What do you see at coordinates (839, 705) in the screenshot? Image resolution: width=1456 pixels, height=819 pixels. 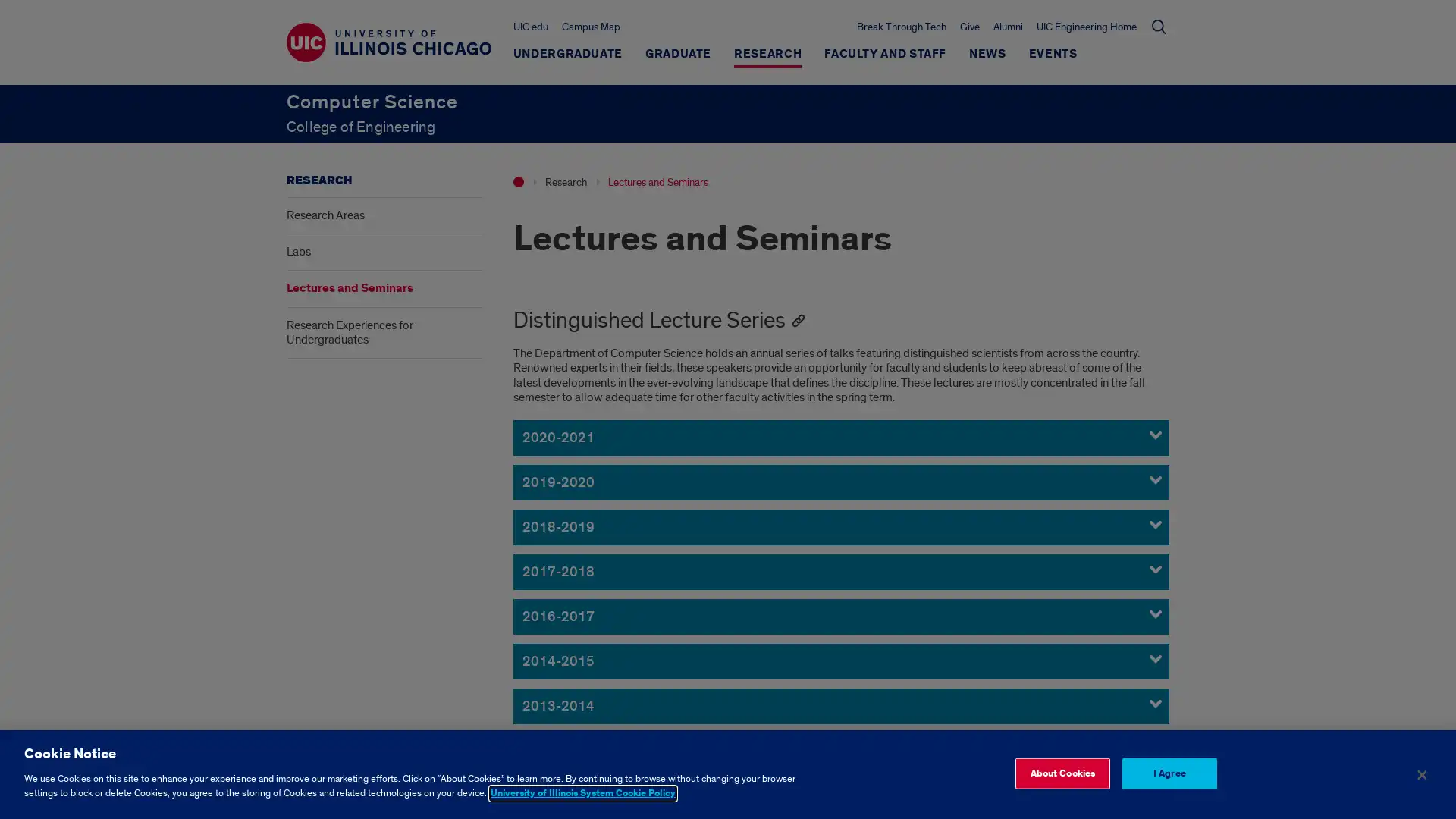 I see `2013-2014` at bounding box center [839, 705].